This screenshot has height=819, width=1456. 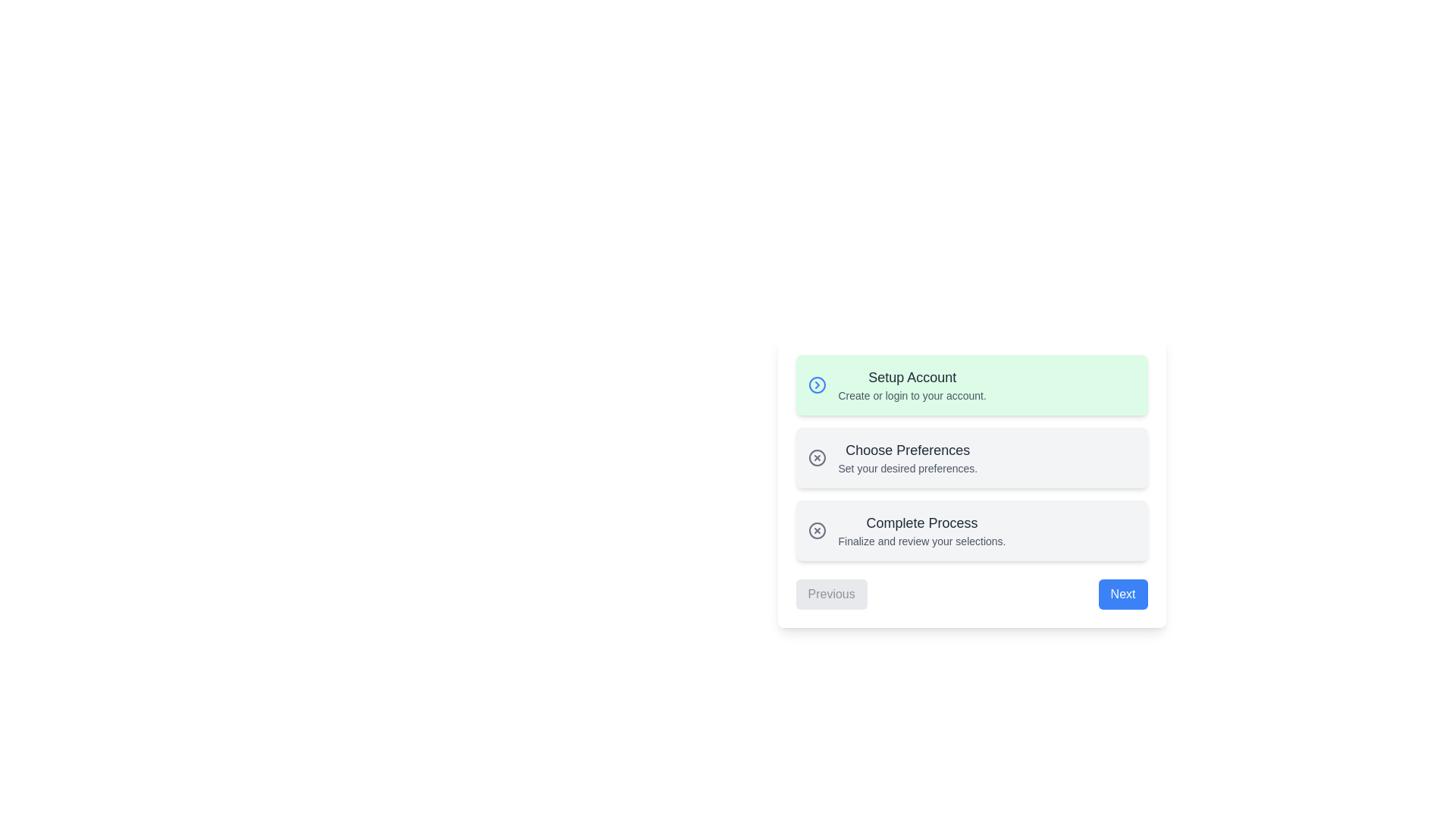 I want to click on the static text element that provides descriptive explanation under the 'Complete Process' header, so click(x=921, y=540).